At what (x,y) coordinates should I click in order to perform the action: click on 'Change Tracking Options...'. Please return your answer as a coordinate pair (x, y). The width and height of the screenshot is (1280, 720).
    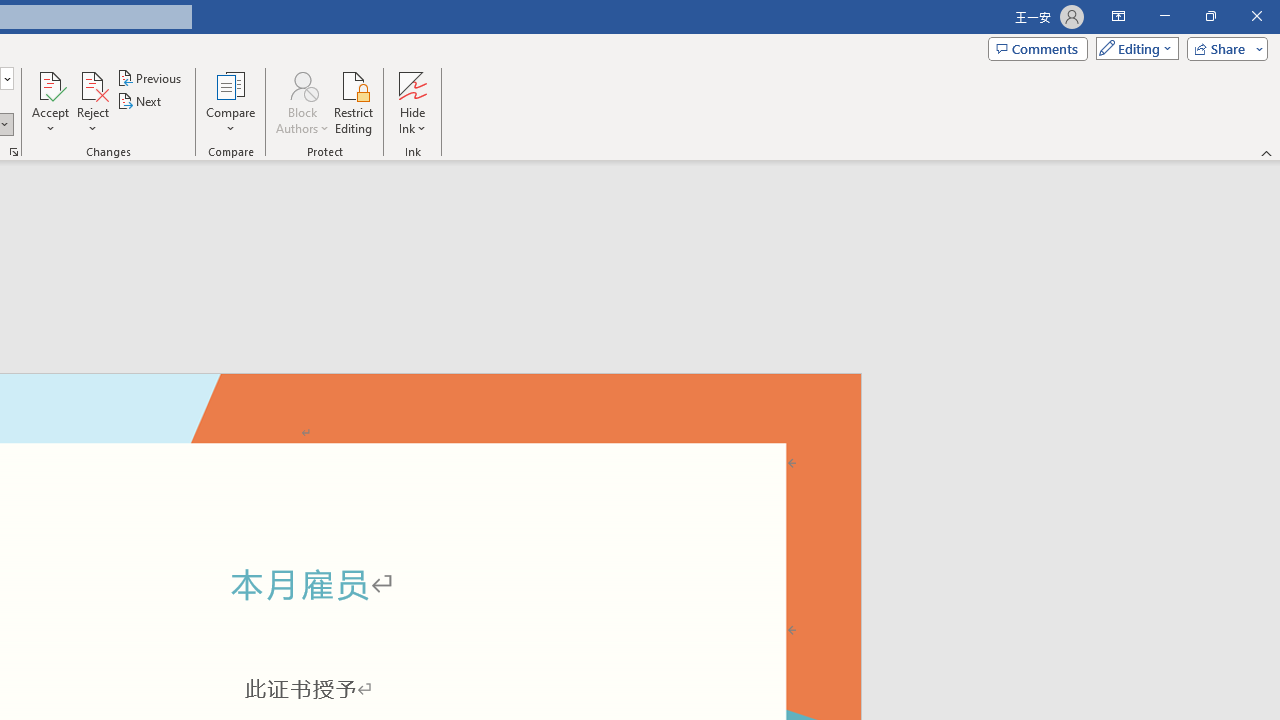
    Looking at the image, I should click on (14, 150).